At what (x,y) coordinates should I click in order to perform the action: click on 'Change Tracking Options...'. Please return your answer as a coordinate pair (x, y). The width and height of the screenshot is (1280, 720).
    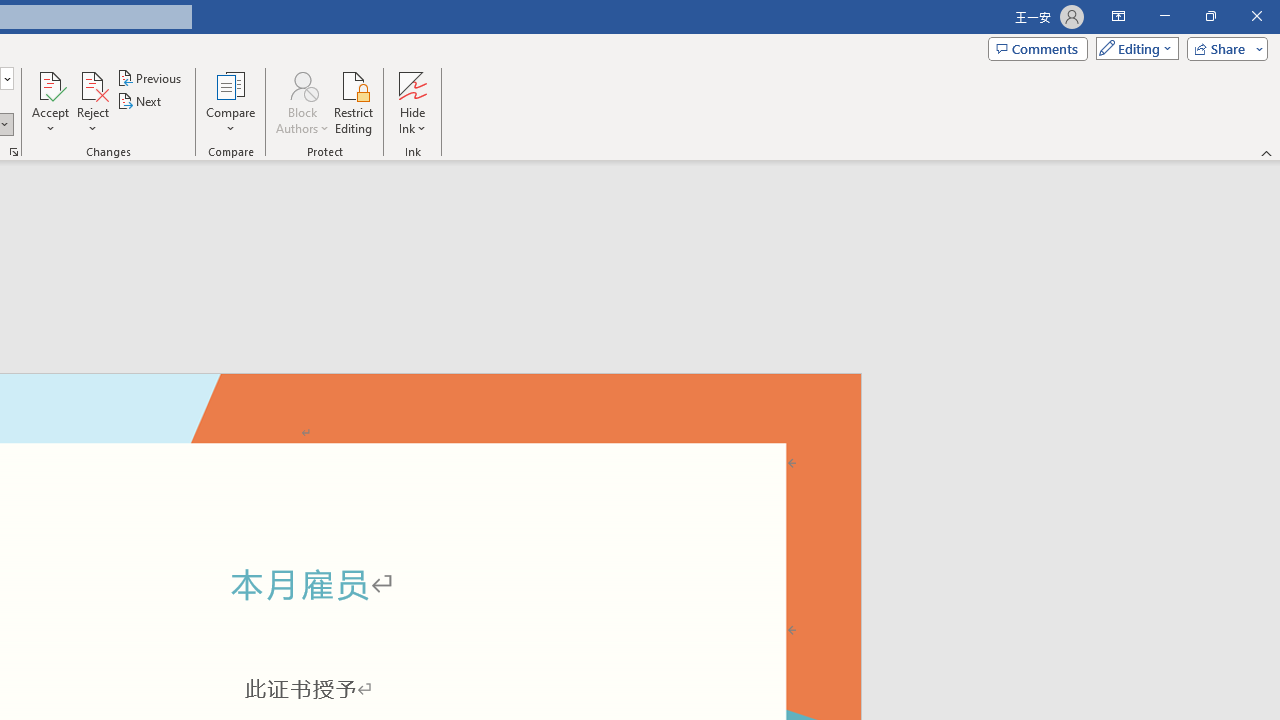
    Looking at the image, I should click on (14, 150).